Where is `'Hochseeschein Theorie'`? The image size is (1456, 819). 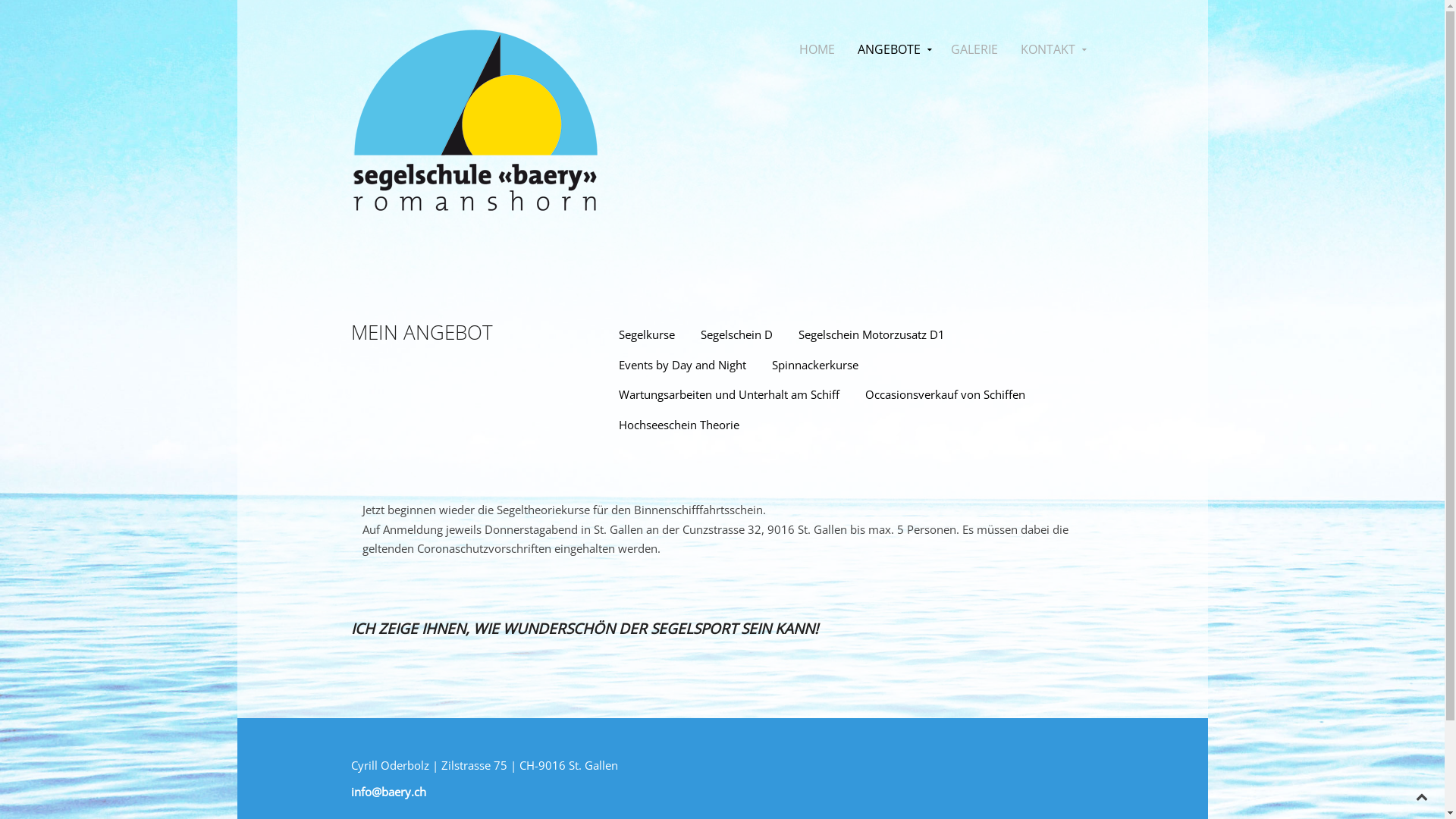
'Hochseeschein Theorie' is located at coordinates (678, 424).